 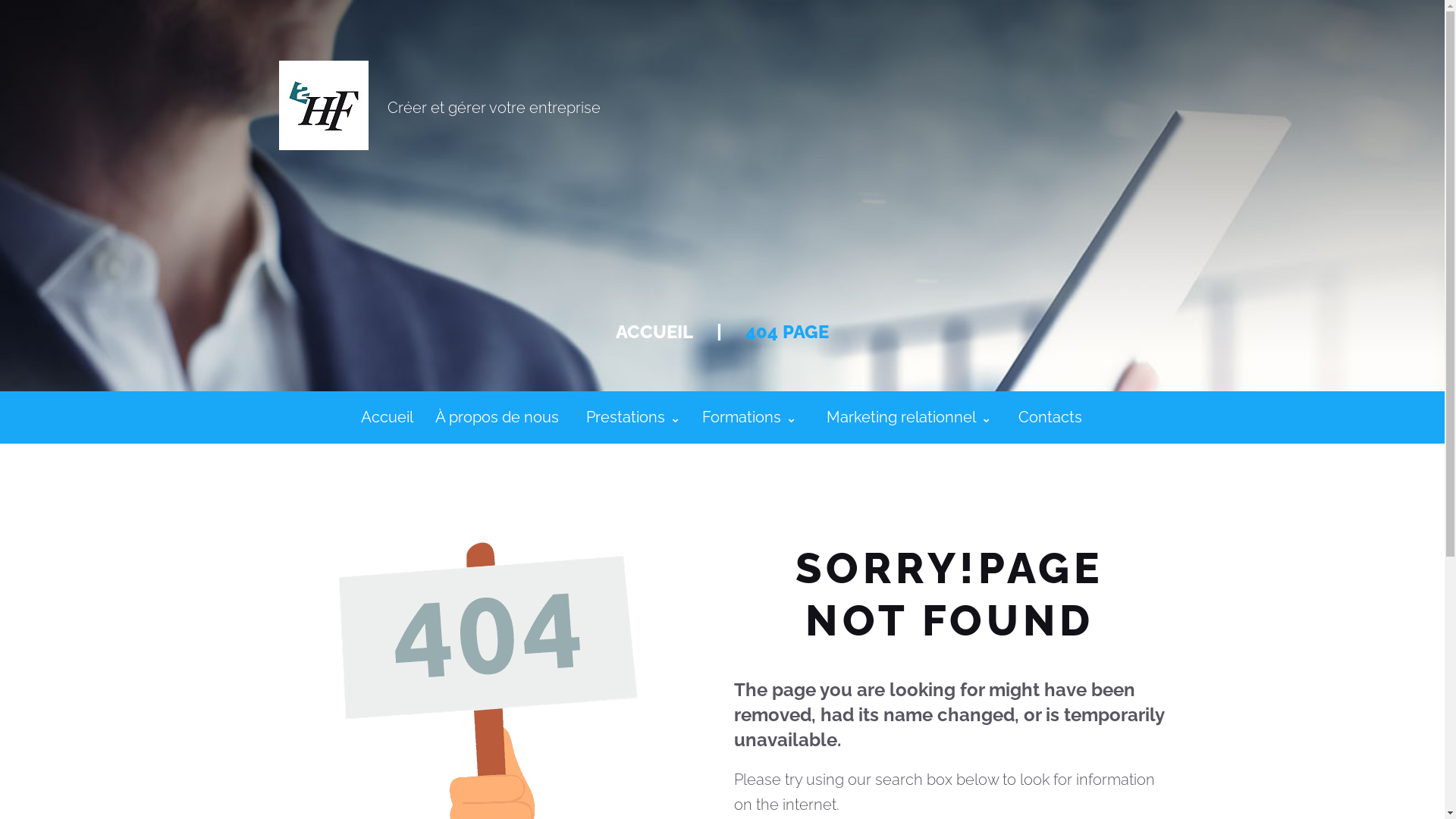 What do you see at coordinates (632, 417) in the screenshot?
I see `'Prestations'` at bounding box center [632, 417].